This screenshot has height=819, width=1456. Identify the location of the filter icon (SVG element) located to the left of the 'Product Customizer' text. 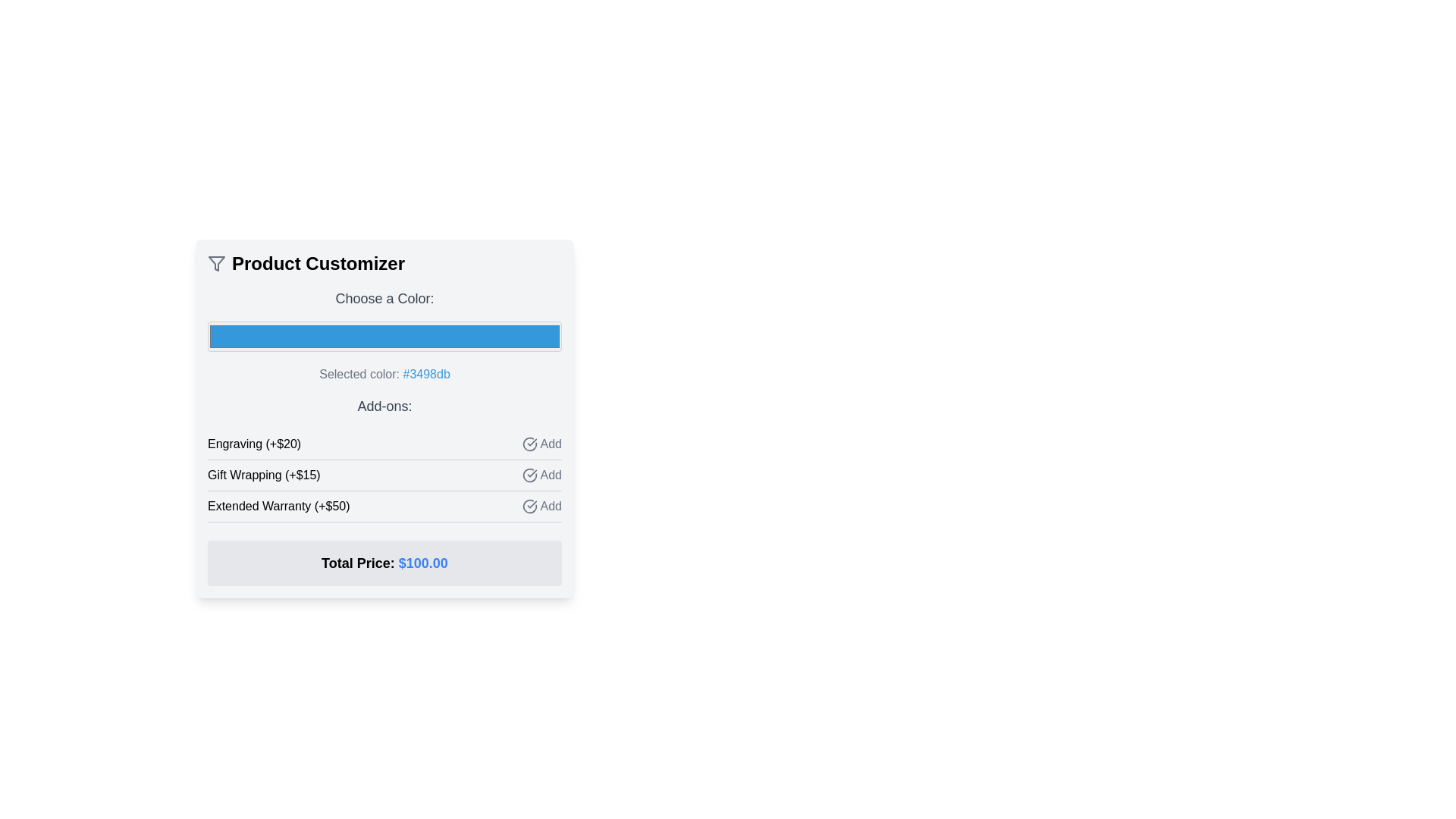
(216, 262).